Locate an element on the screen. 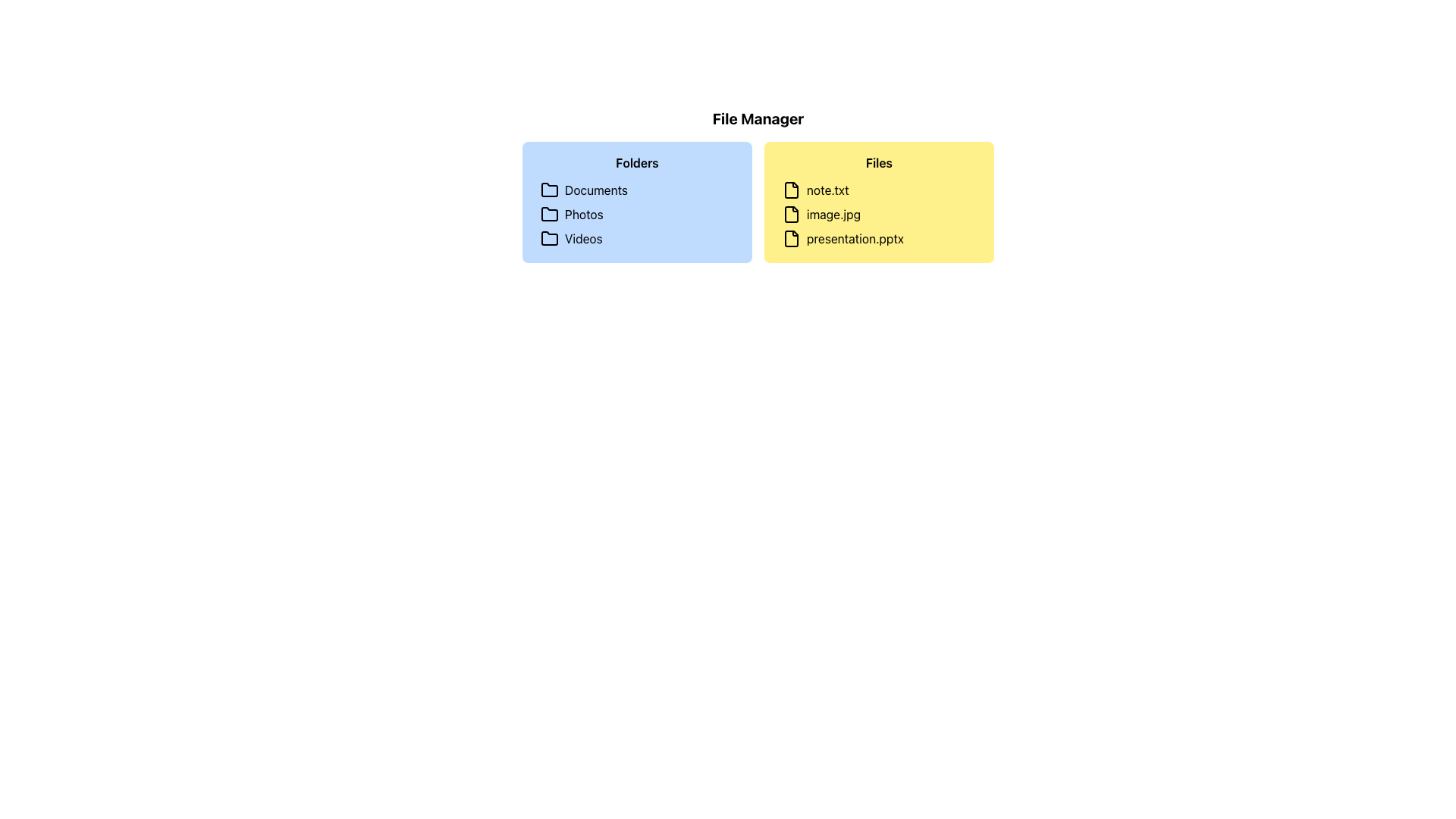  the document icon resembling a sheet with a dog-eared corner, located to the left of the text 'presentation.pptx' is located at coordinates (790, 239).